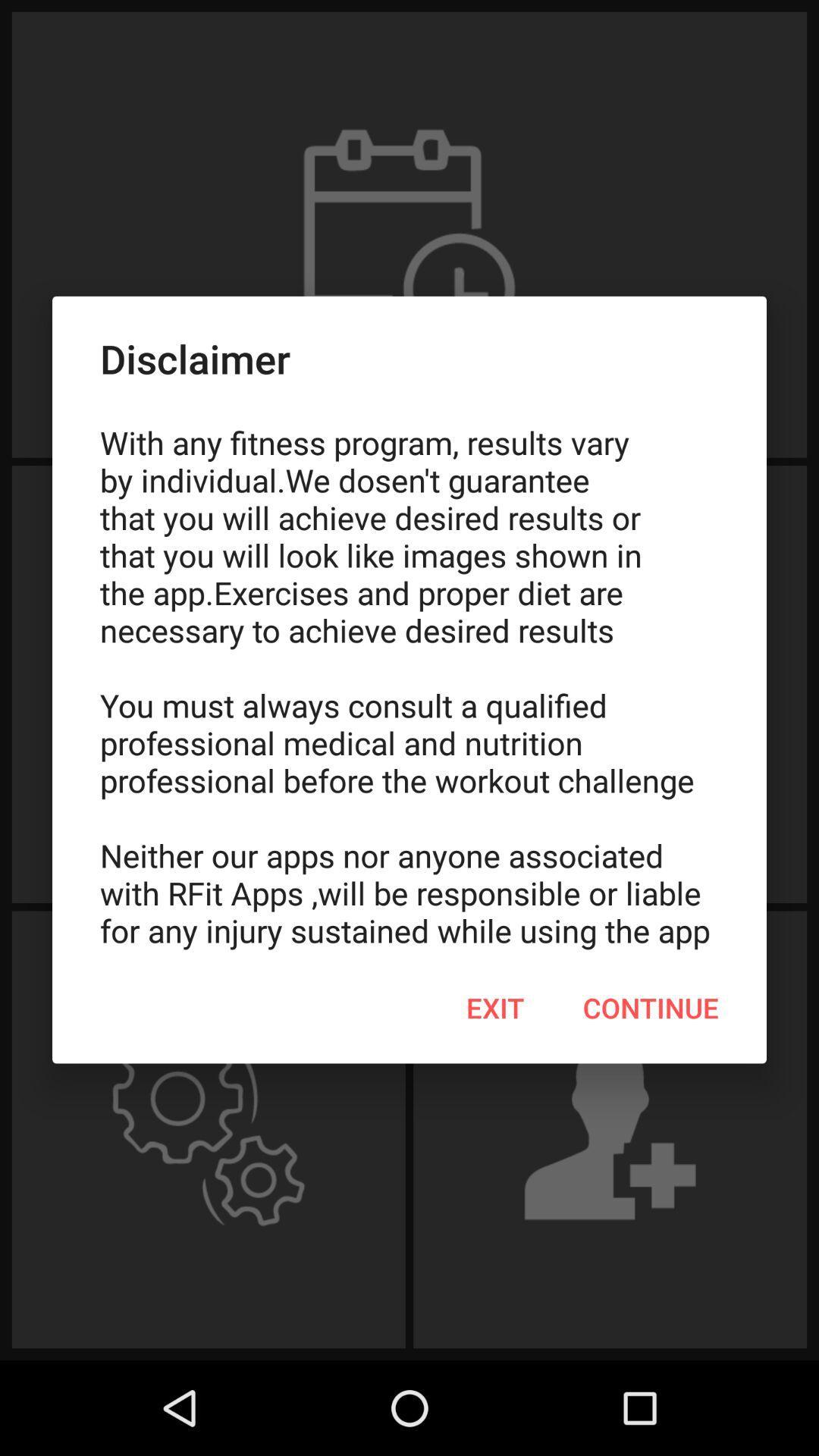  Describe the element at coordinates (495, 1008) in the screenshot. I see `the exit` at that location.